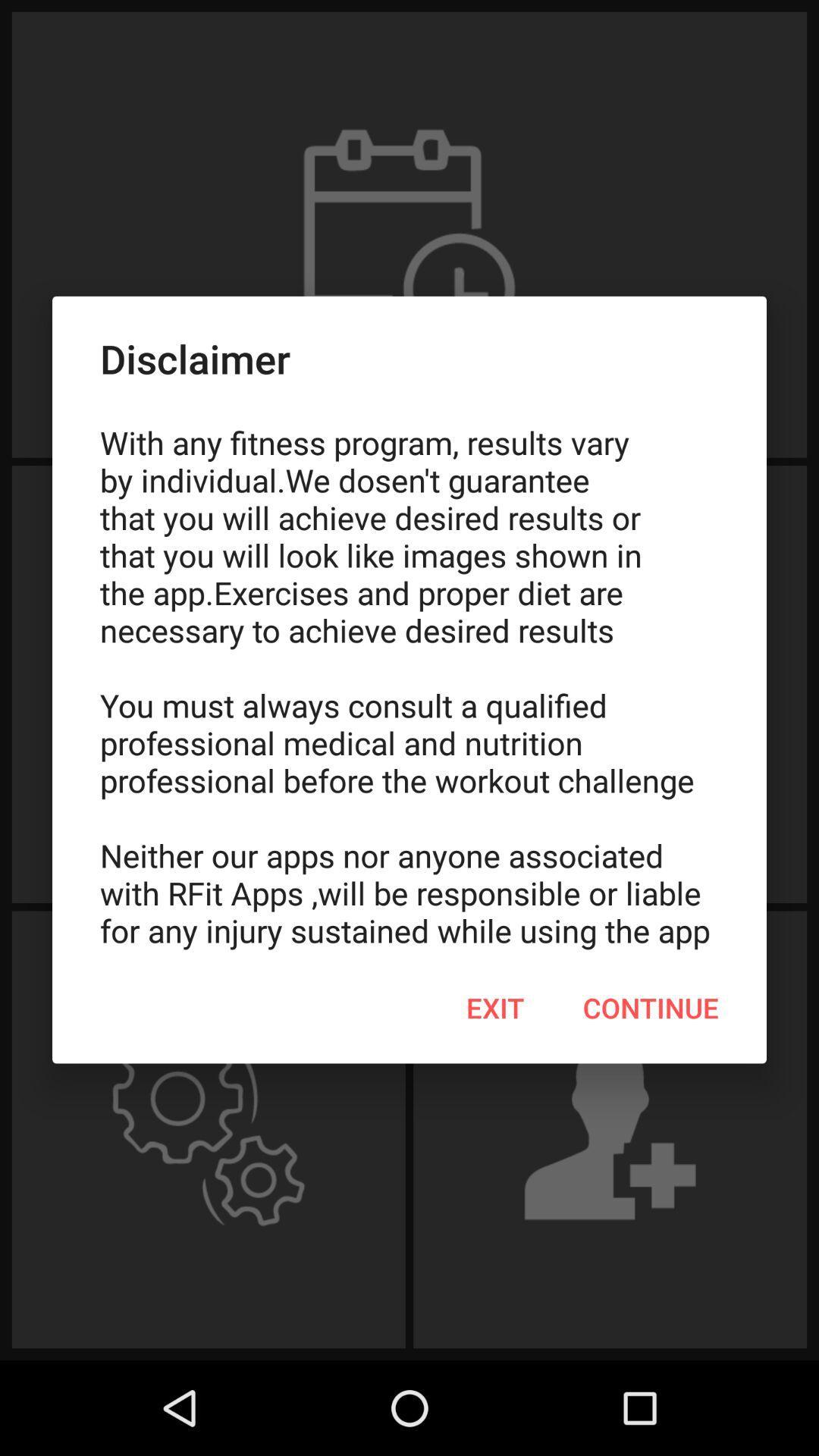  Describe the element at coordinates (495, 1008) in the screenshot. I see `the exit` at that location.